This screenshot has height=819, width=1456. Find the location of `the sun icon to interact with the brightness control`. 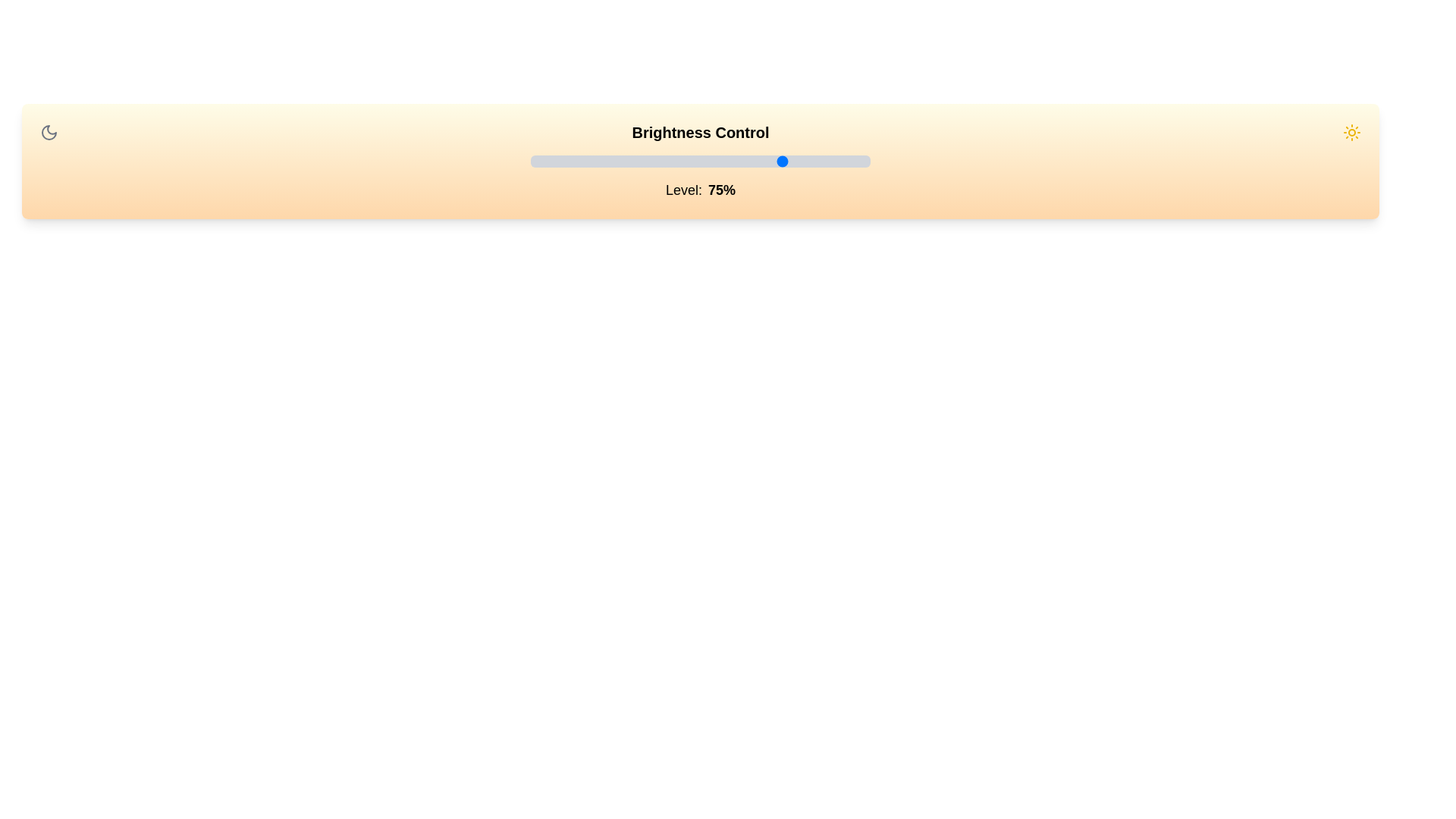

the sun icon to interact with the brightness control is located at coordinates (1351, 131).